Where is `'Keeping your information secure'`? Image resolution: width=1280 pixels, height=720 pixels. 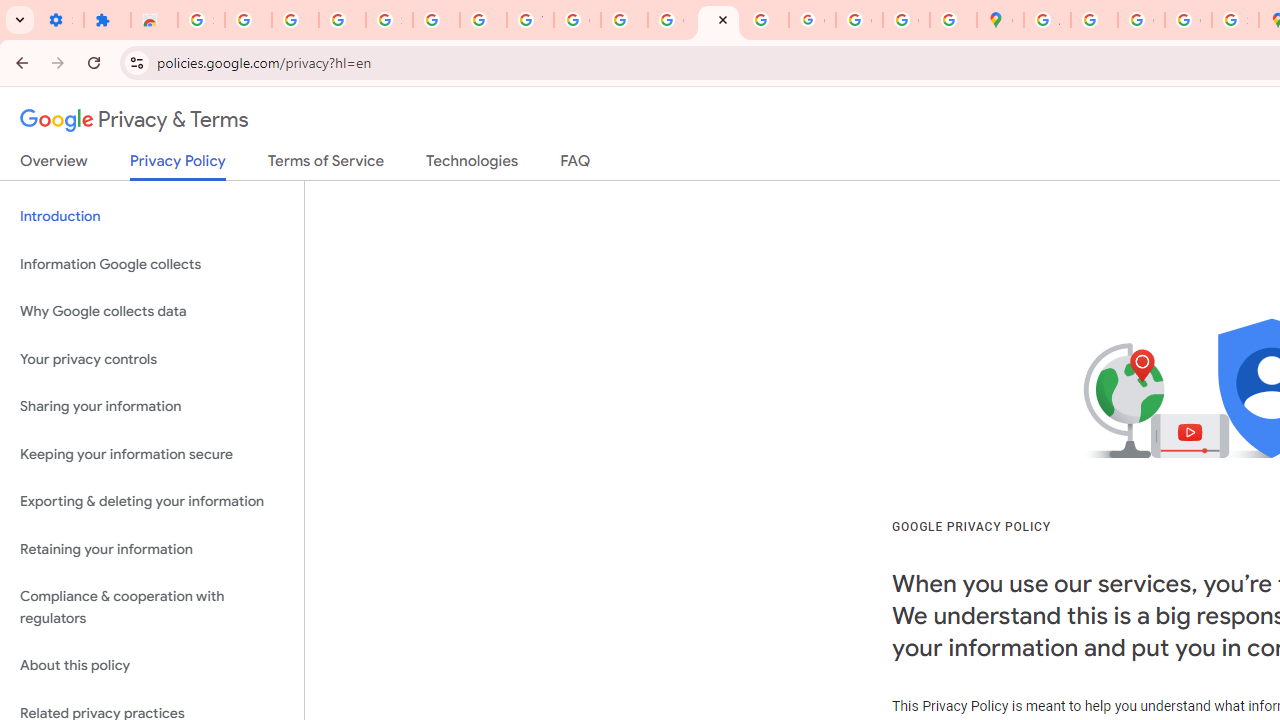 'Keeping your information secure' is located at coordinates (151, 454).